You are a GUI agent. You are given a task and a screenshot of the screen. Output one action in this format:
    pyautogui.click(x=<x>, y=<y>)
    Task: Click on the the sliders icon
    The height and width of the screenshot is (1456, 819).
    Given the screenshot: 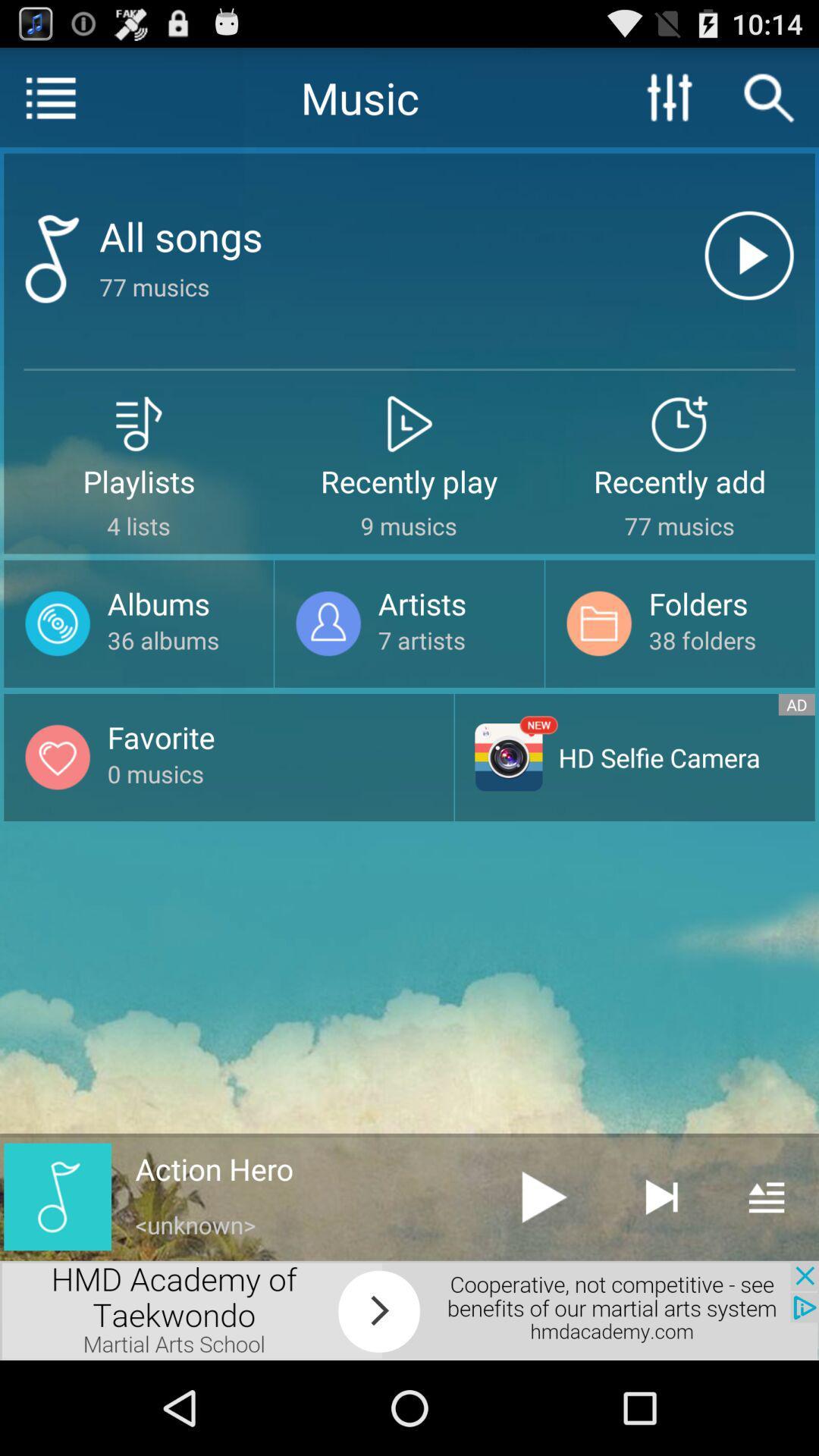 What is the action you would take?
    pyautogui.click(x=669, y=103)
    